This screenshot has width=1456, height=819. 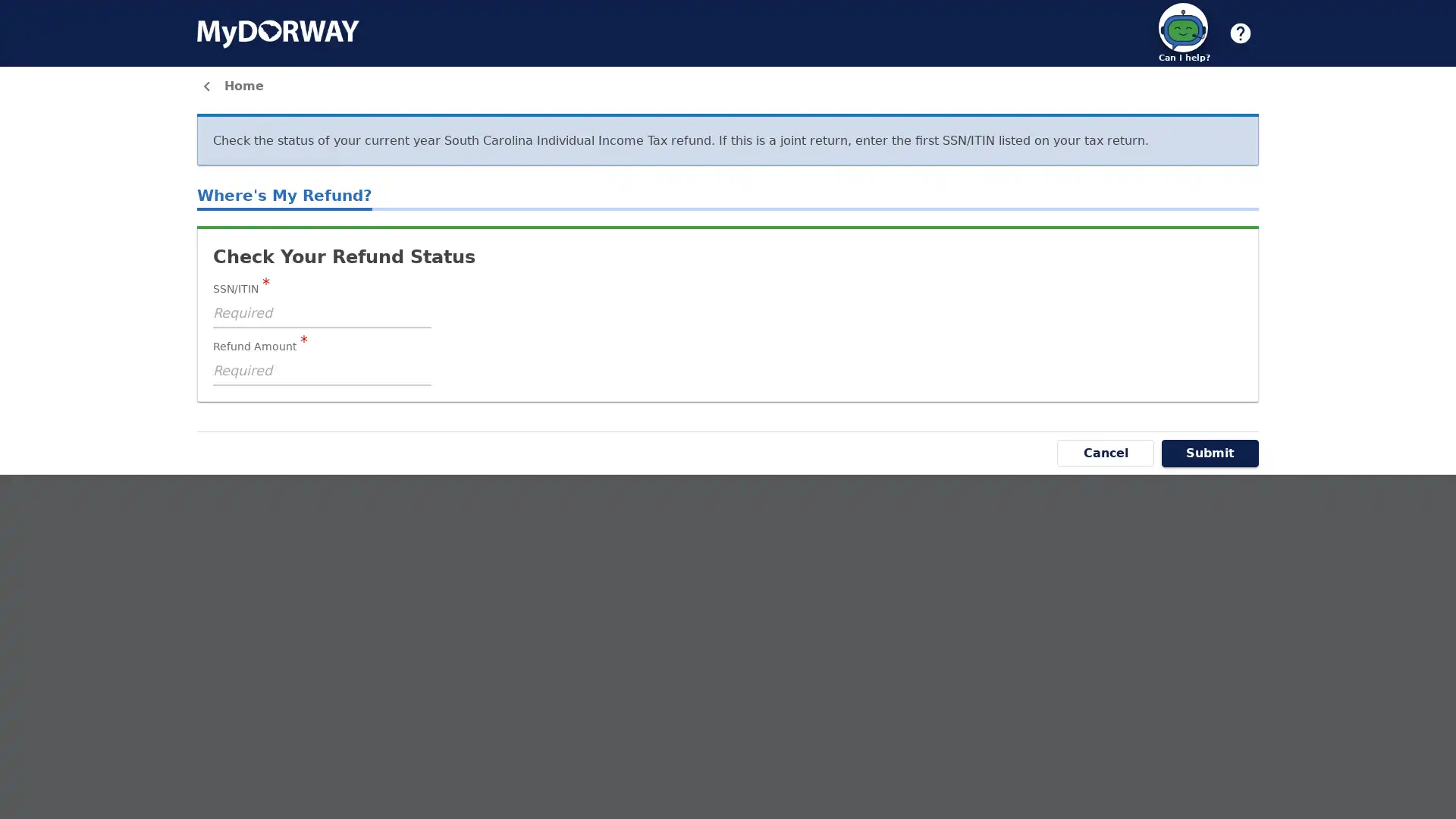 I want to click on Submit, so click(x=1210, y=452).